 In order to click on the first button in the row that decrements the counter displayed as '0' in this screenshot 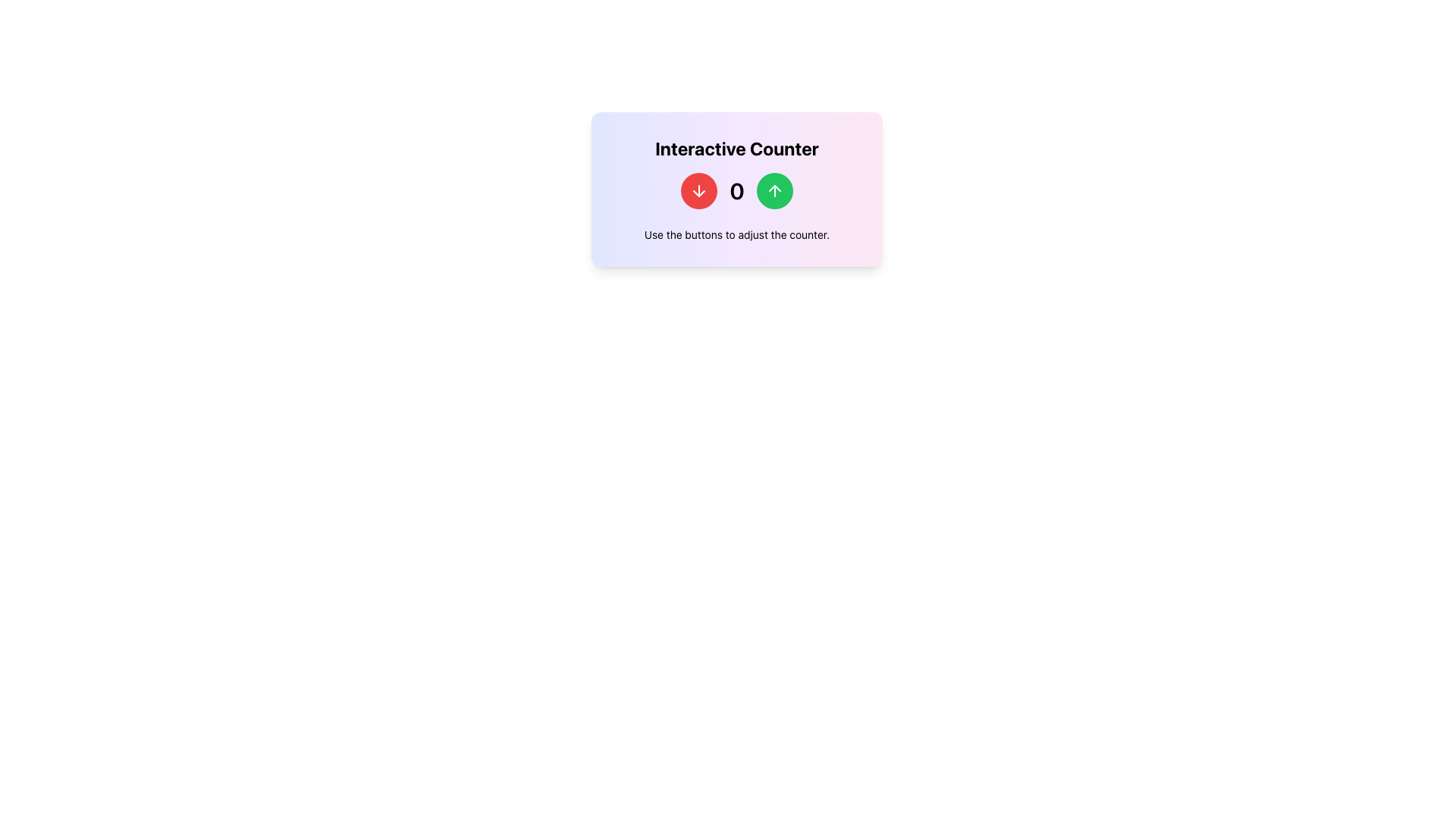, I will do `click(698, 190)`.